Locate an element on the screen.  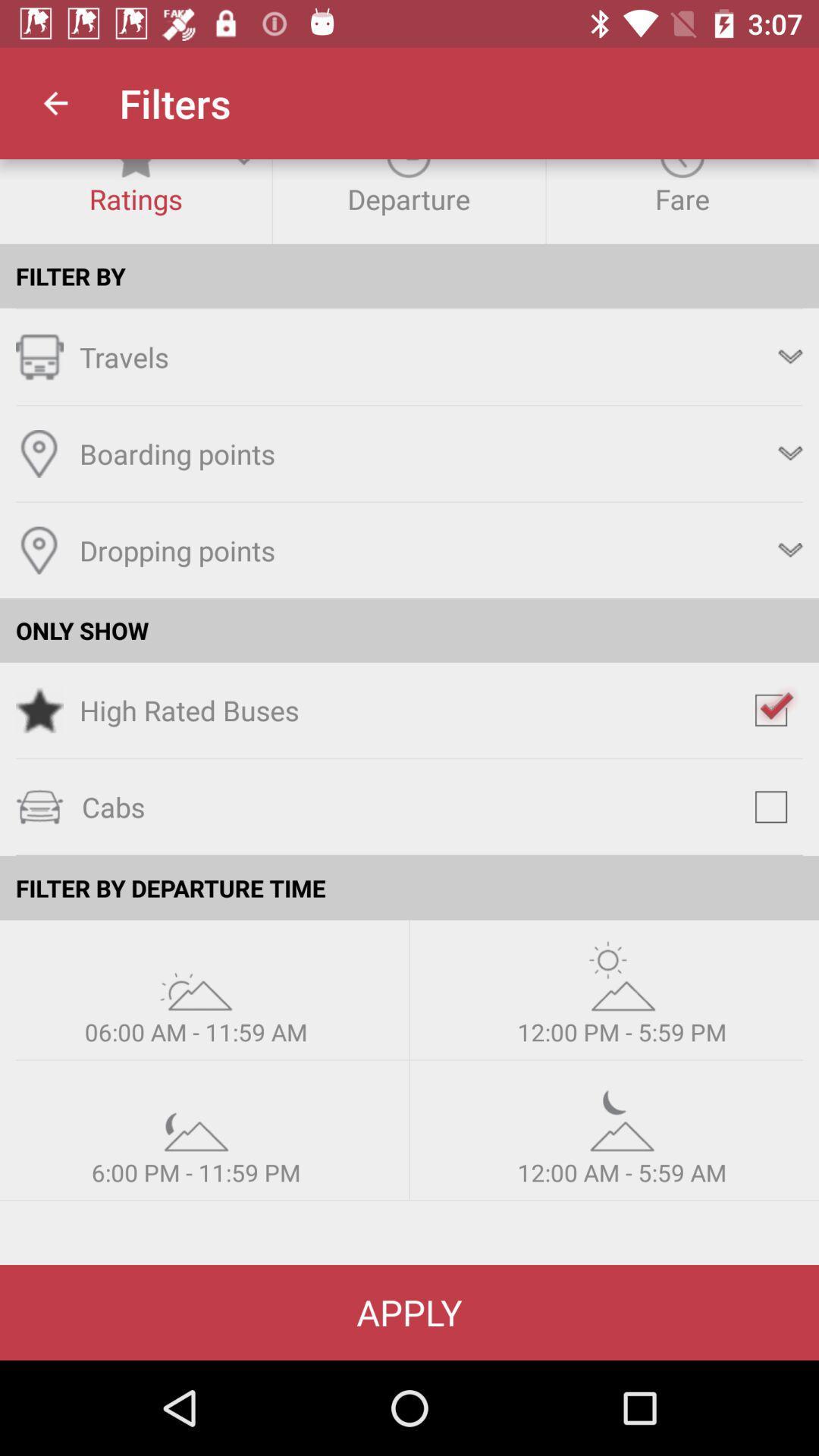
filter by evening time is located at coordinates (195, 1116).